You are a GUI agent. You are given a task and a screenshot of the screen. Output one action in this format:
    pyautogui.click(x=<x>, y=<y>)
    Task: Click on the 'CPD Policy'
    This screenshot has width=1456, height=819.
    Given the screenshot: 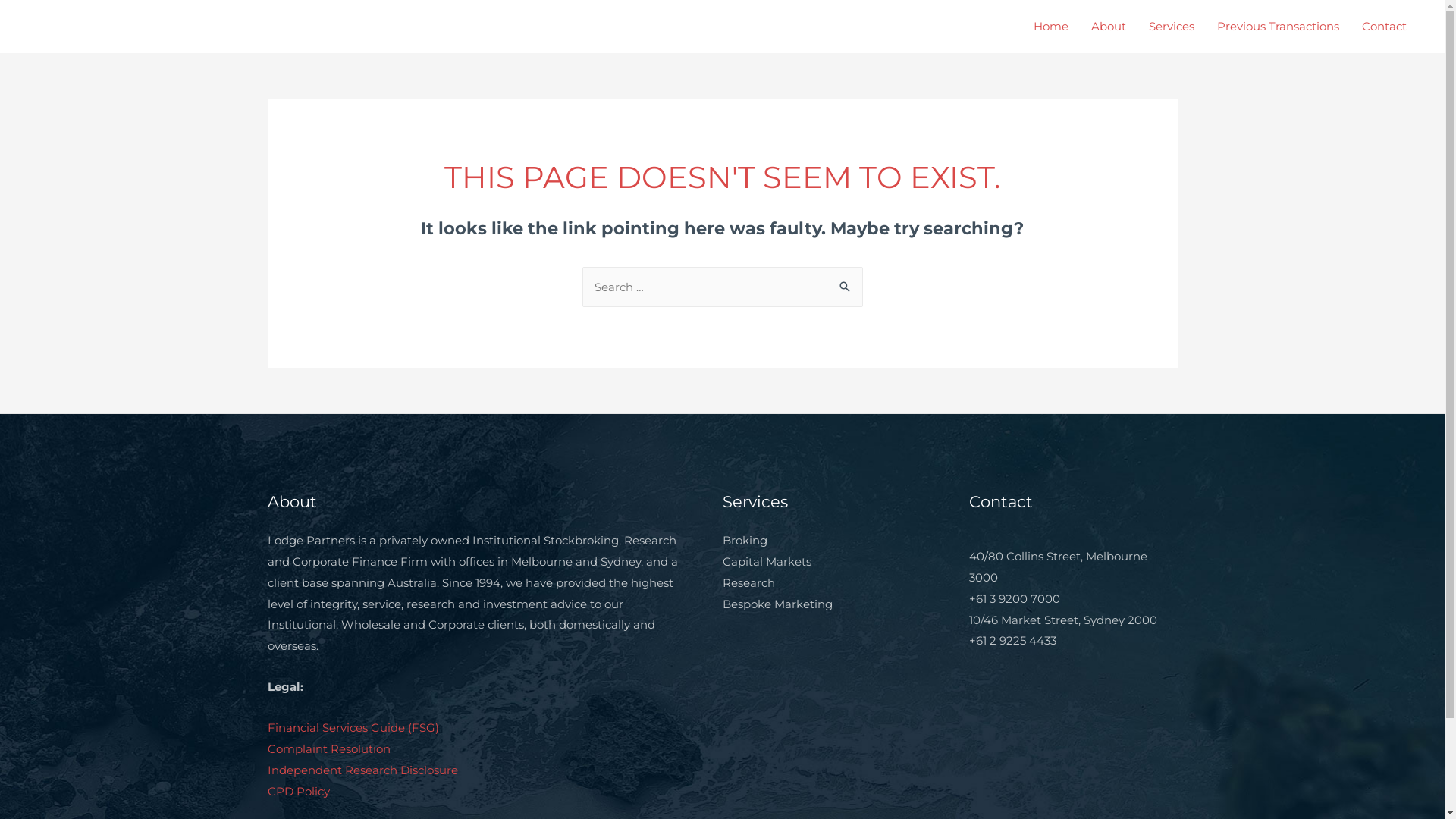 What is the action you would take?
    pyautogui.click(x=298, y=790)
    